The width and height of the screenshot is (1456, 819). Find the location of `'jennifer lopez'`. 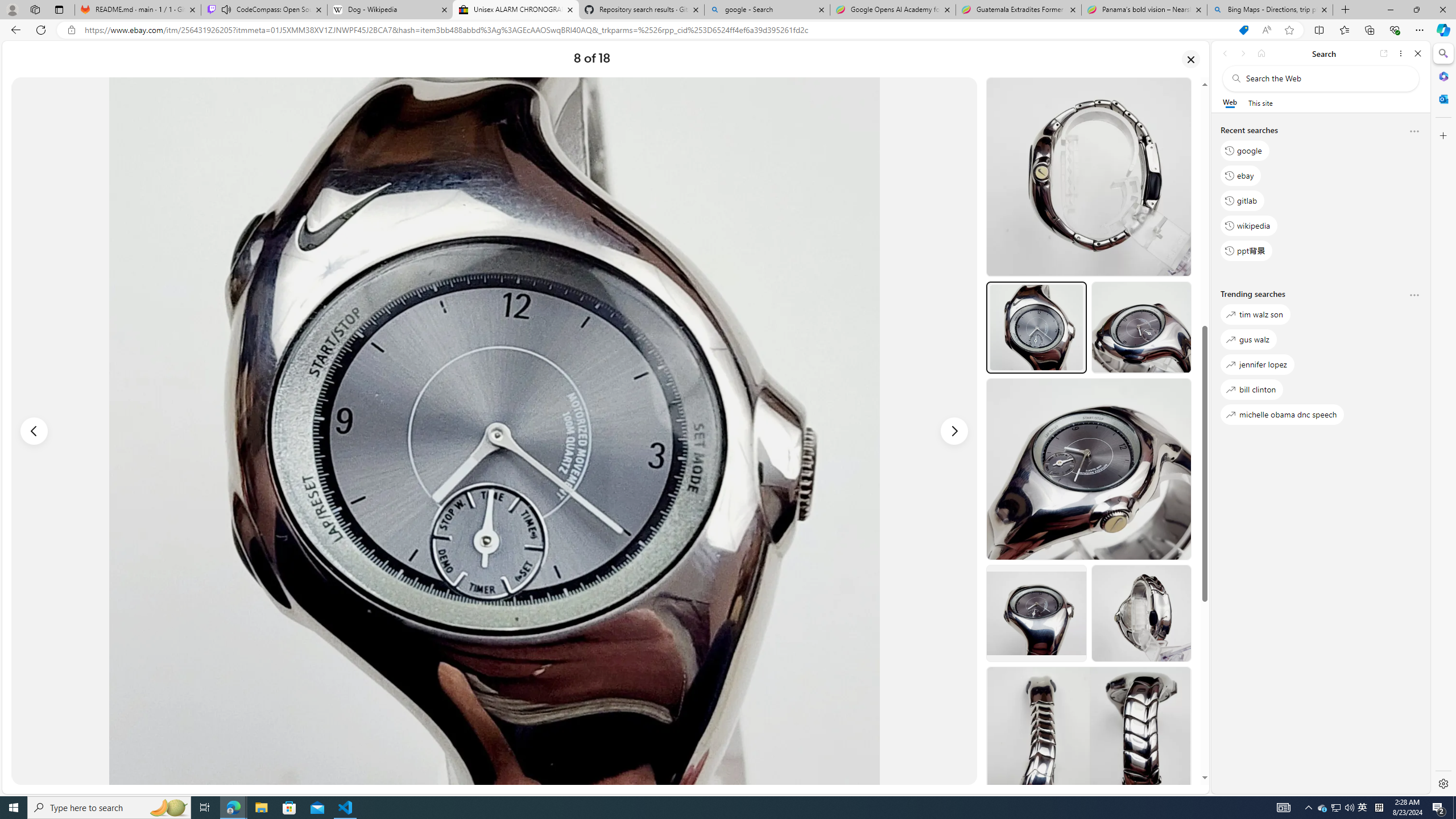

'jennifer lopez' is located at coordinates (1256, 364).